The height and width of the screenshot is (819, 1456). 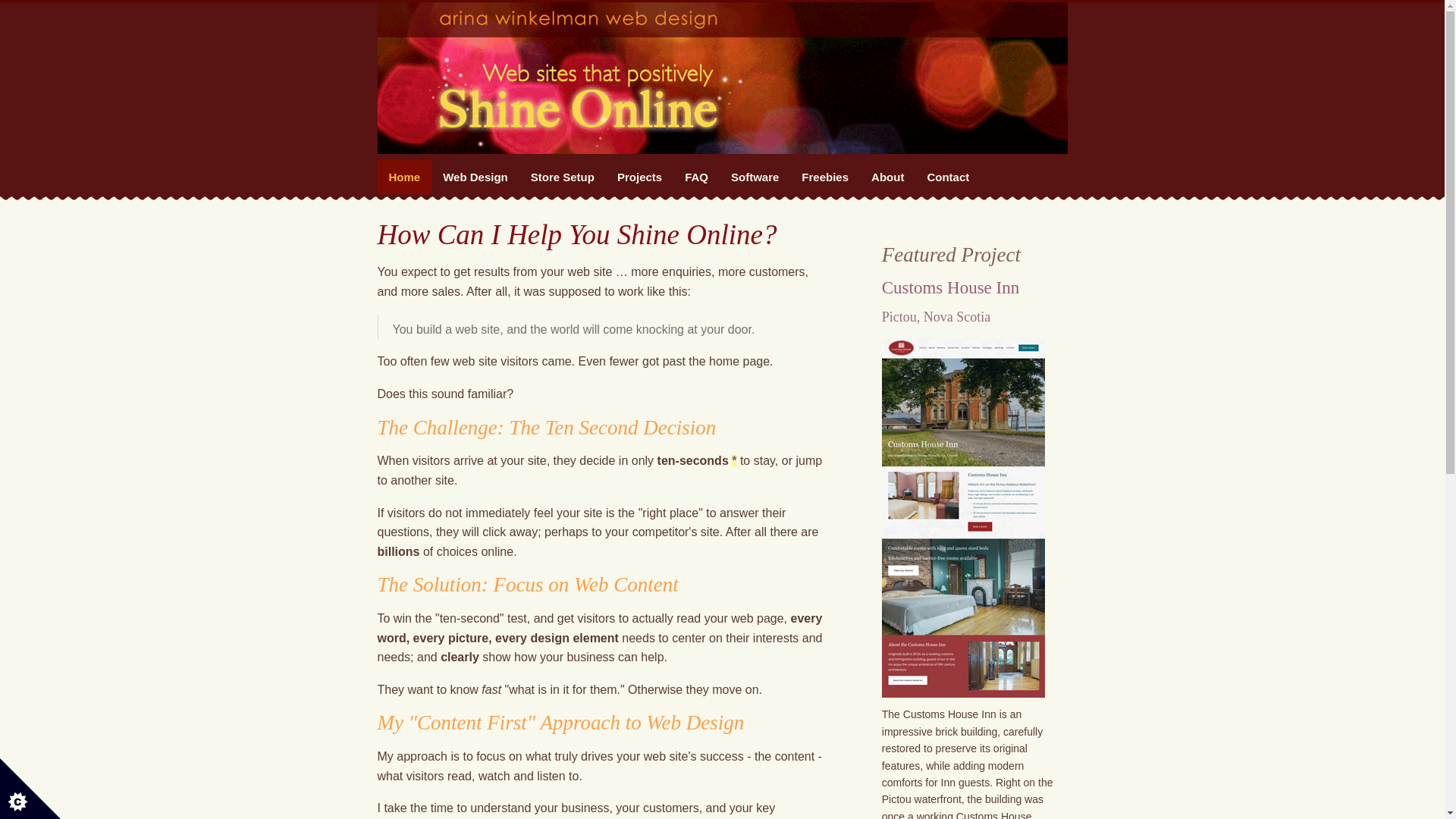 I want to click on '*', so click(x=734, y=460).